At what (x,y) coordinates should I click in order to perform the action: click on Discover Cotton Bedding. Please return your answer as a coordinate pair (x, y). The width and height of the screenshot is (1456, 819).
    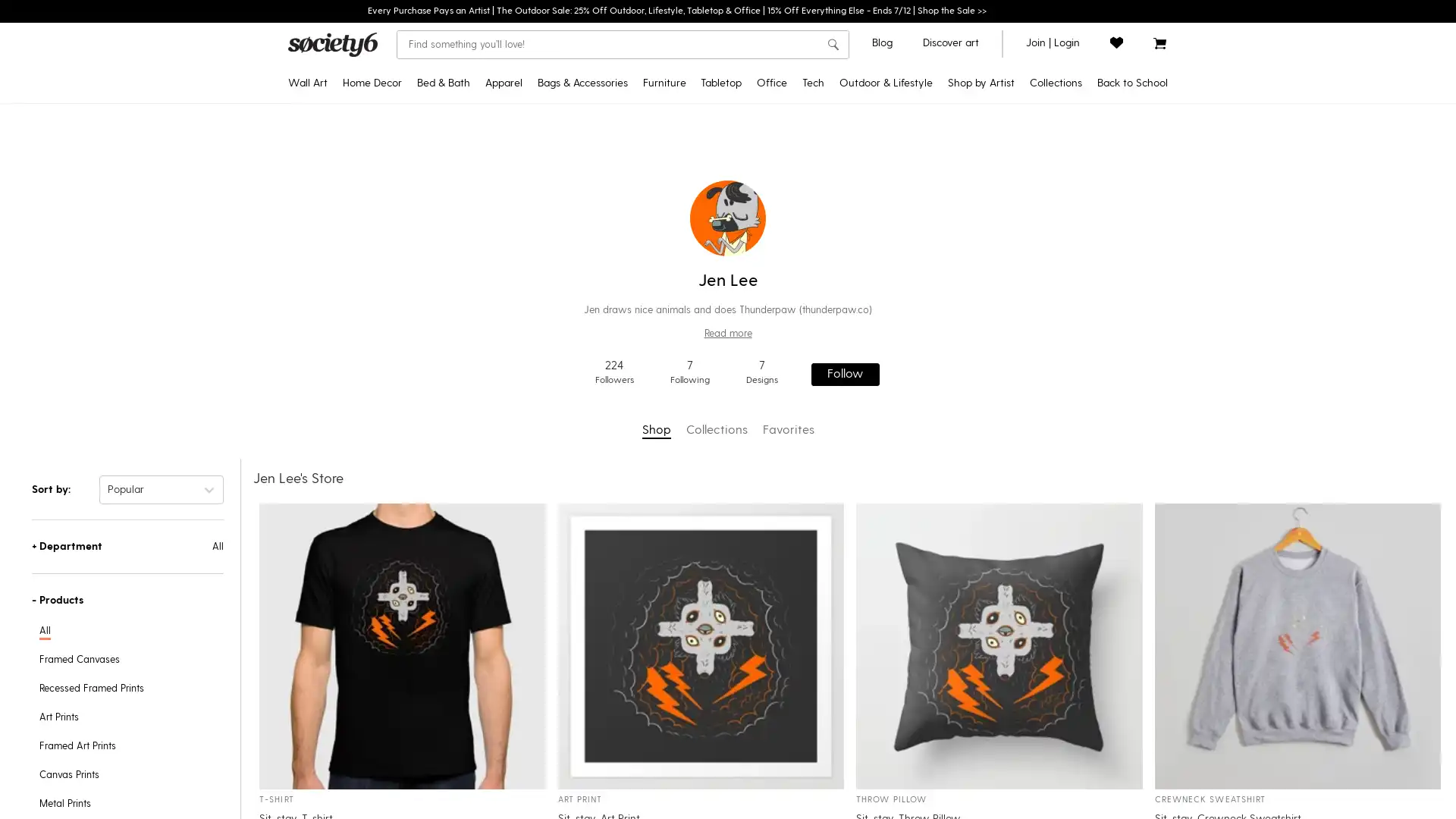
    Looking at the image, I should click on (999, 366).